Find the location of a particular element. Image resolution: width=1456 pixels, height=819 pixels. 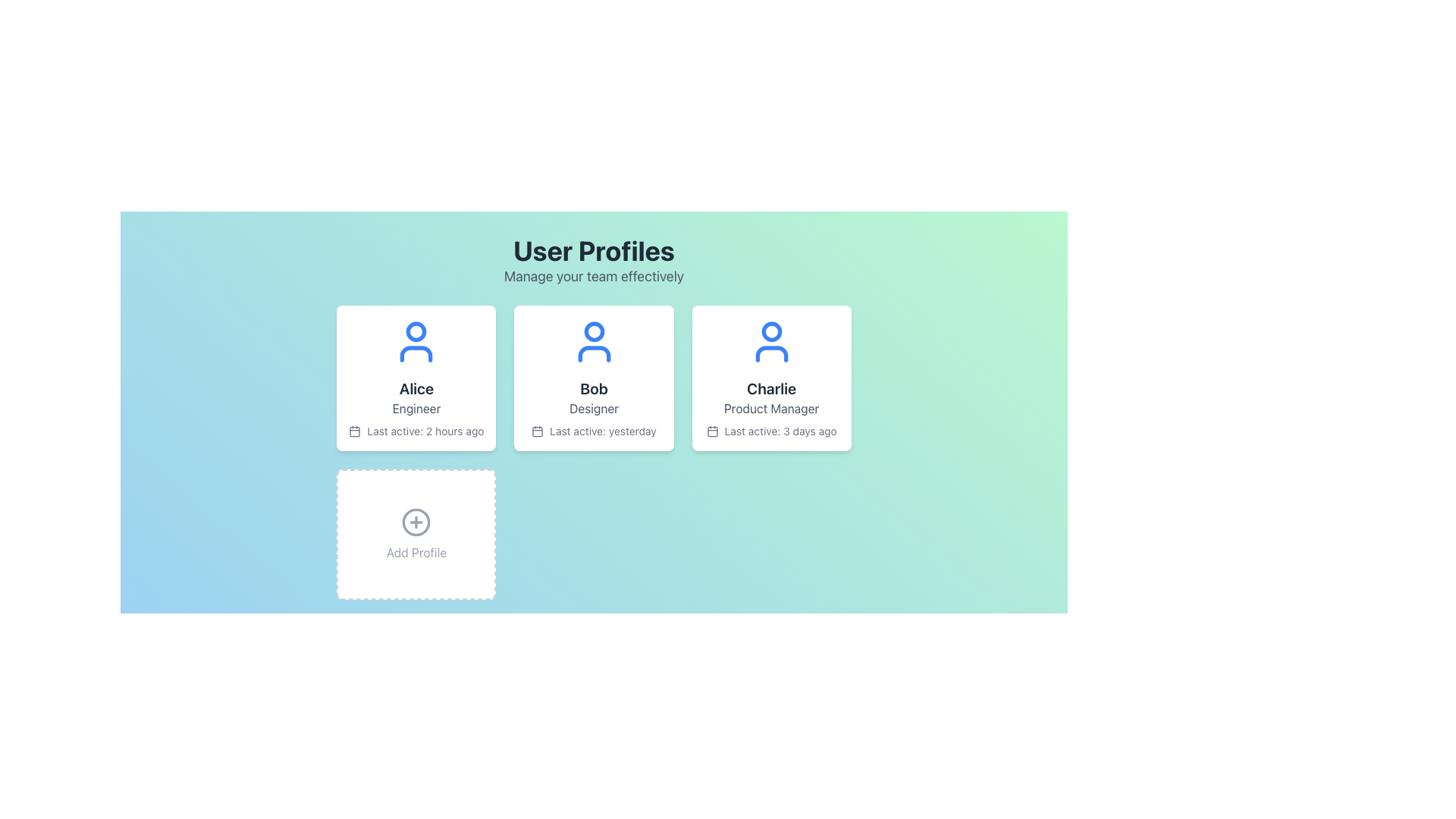

near the text label indicating the functionality of adding a new profile, located in the card-like interactive element at the bottom of the 'User Profiles' section is located at coordinates (416, 553).